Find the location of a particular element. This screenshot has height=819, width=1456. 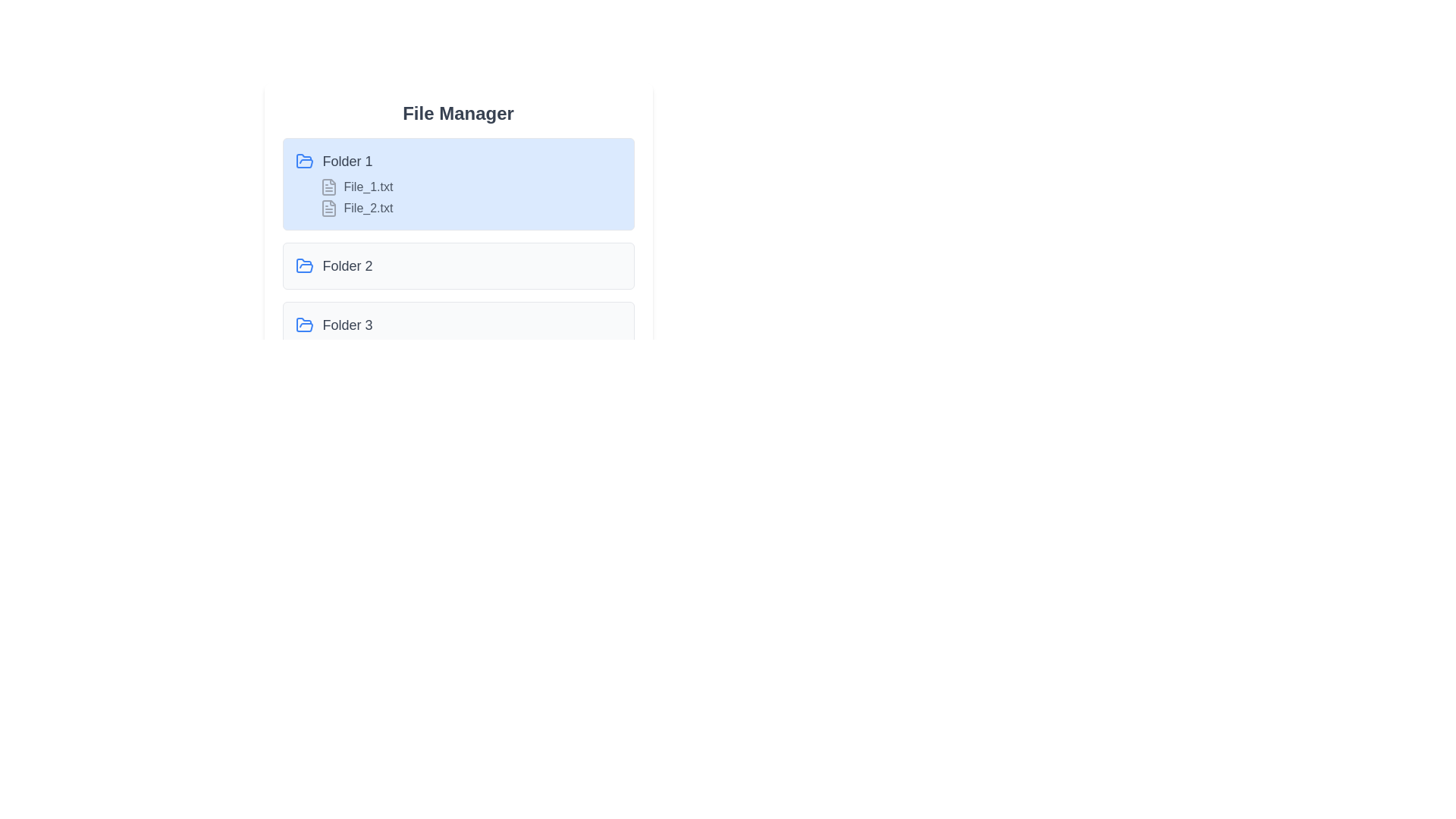

the text label 'Folder 1' which is styled in gray color and is part of the file manager interface, located next to a folder icon is located at coordinates (347, 161).